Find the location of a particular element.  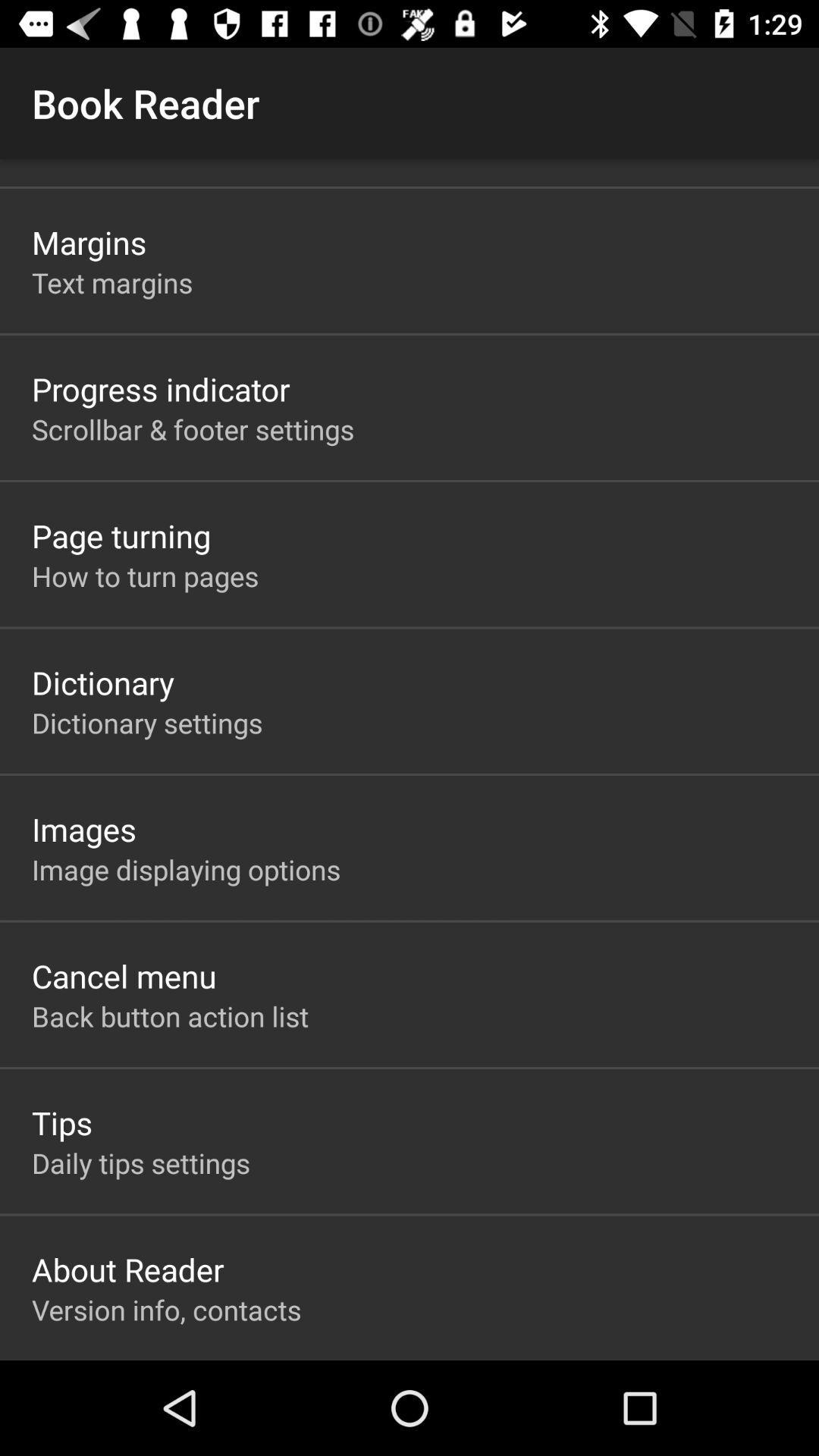

icon above dictionary app is located at coordinates (145, 575).